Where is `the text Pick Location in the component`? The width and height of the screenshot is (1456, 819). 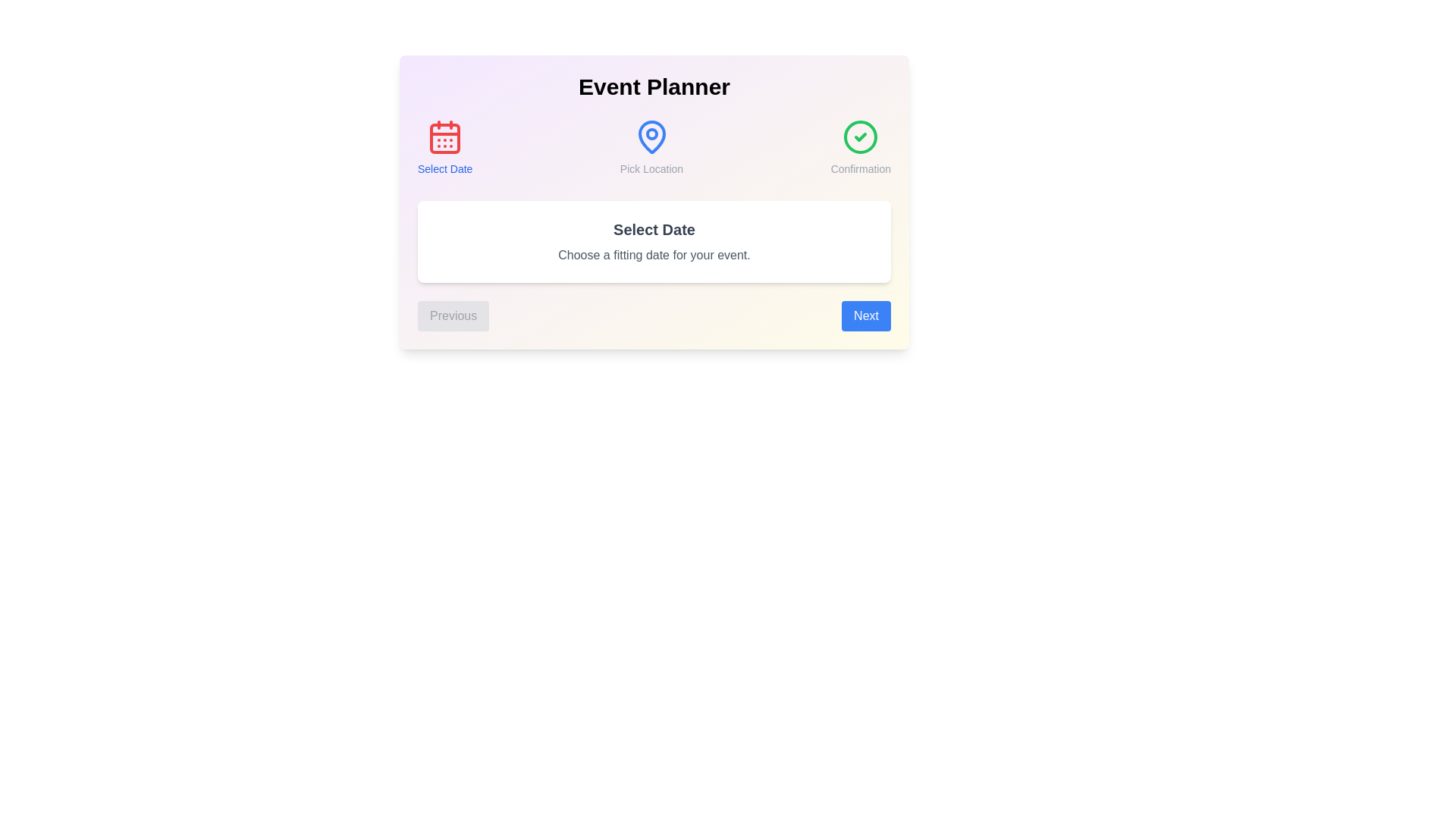
the text Pick Location in the component is located at coordinates (651, 148).